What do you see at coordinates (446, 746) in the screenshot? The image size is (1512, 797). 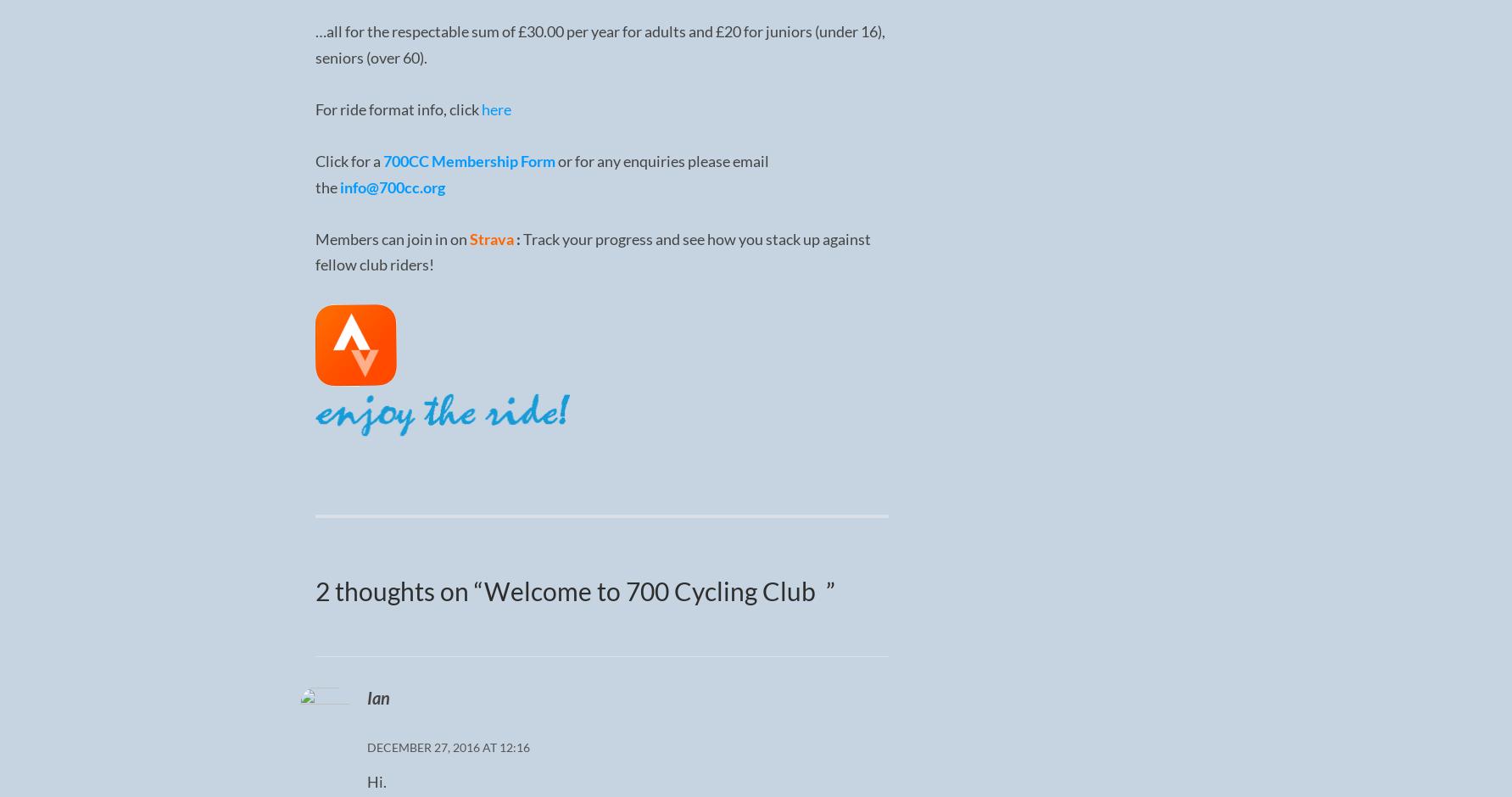 I see `'December 27, 2016 at 12:16'` at bounding box center [446, 746].